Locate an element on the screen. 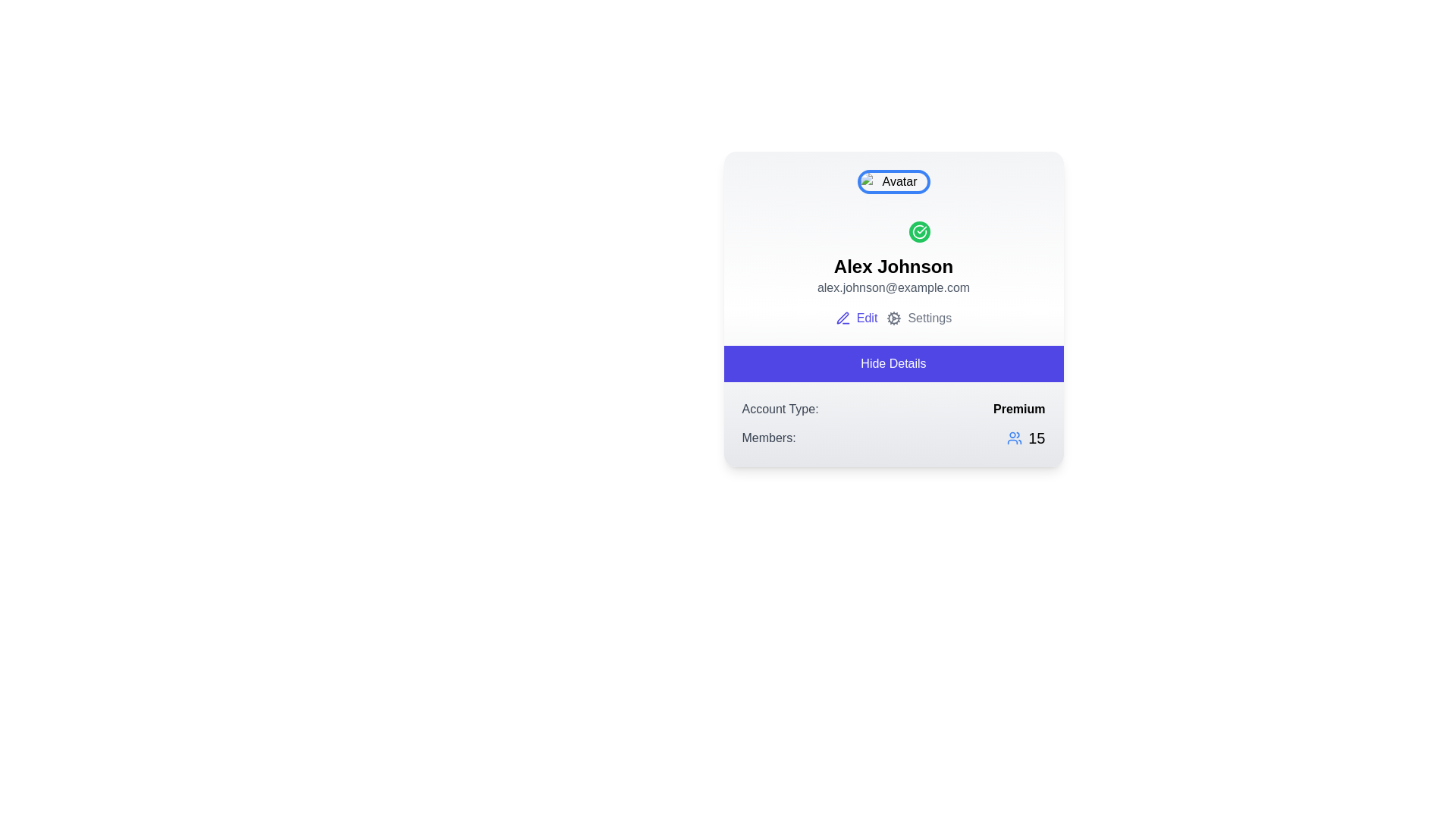  the circular avatar image with a blue border displaying a placeholder image labeled 'Avatar' at the top-center of the user profile card is located at coordinates (893, 180).